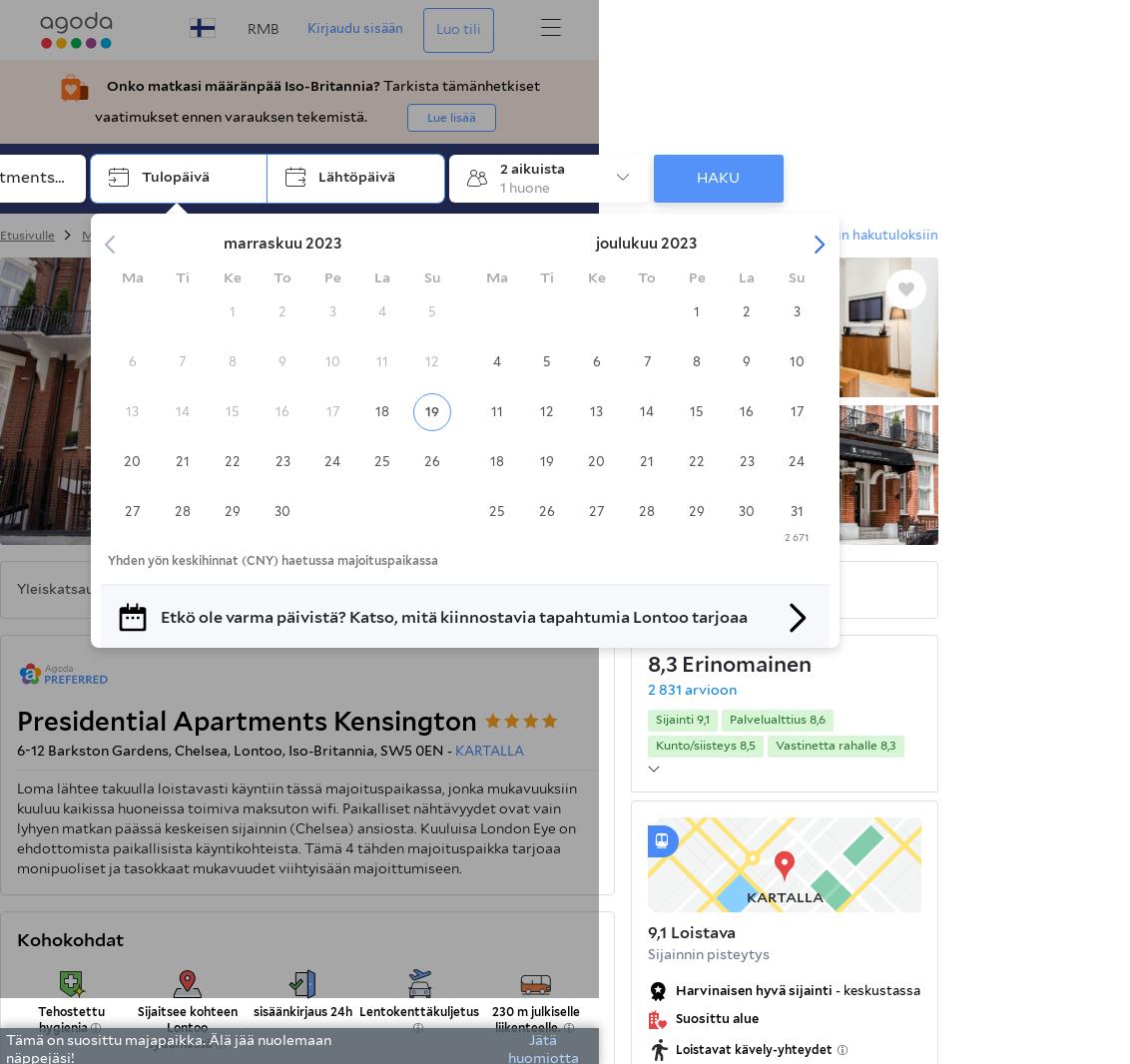 The width and height of the screenshot is (1130, 1064). I want to click on 'Harvinaisen hyvä sijainti', so click(753, 990).